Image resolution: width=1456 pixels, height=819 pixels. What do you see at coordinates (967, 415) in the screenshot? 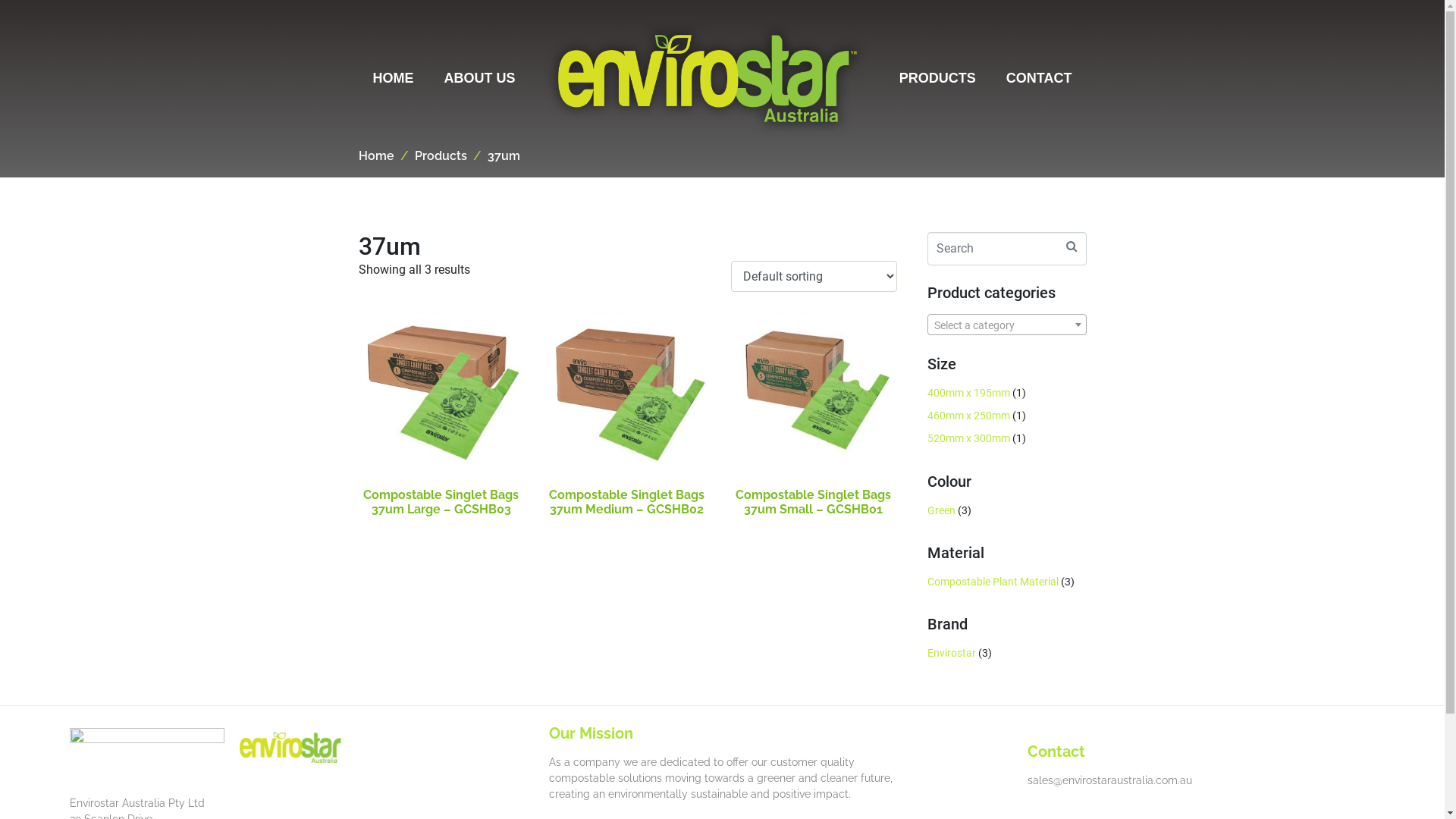
I see `'460mm x 250mm'` at bounding box center [967, 415].